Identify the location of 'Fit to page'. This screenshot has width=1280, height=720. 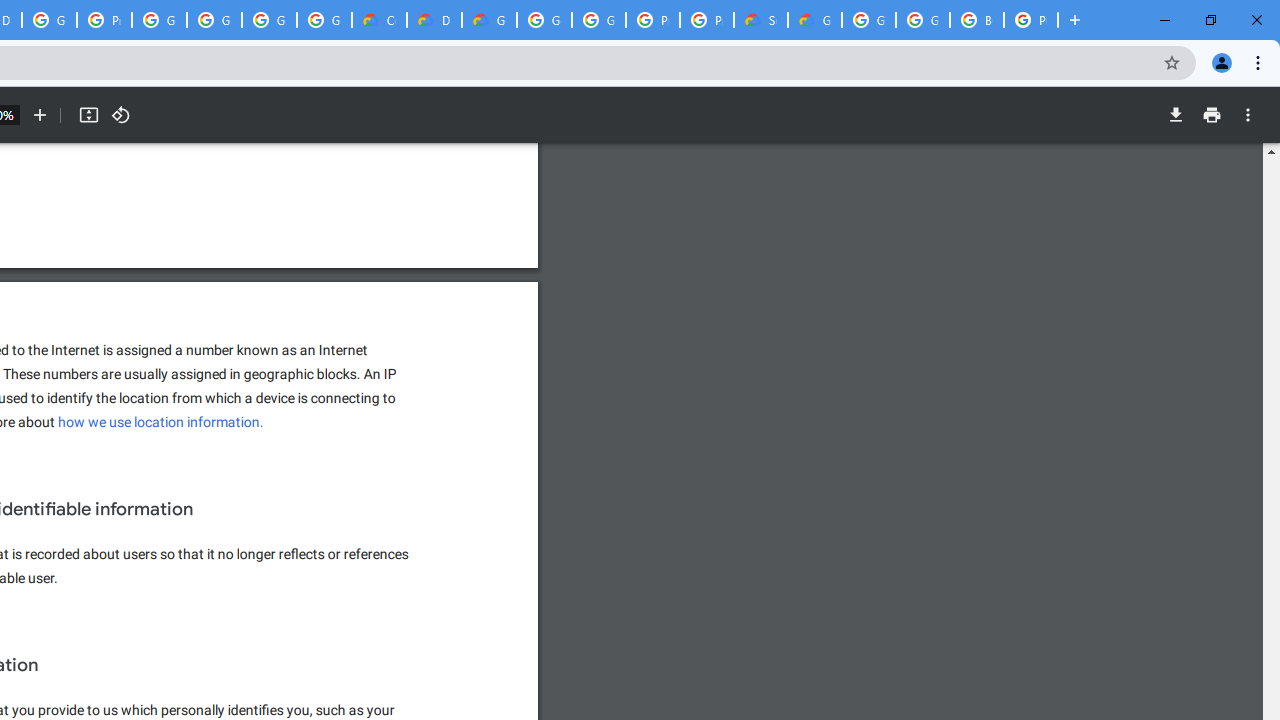
(87, 115).